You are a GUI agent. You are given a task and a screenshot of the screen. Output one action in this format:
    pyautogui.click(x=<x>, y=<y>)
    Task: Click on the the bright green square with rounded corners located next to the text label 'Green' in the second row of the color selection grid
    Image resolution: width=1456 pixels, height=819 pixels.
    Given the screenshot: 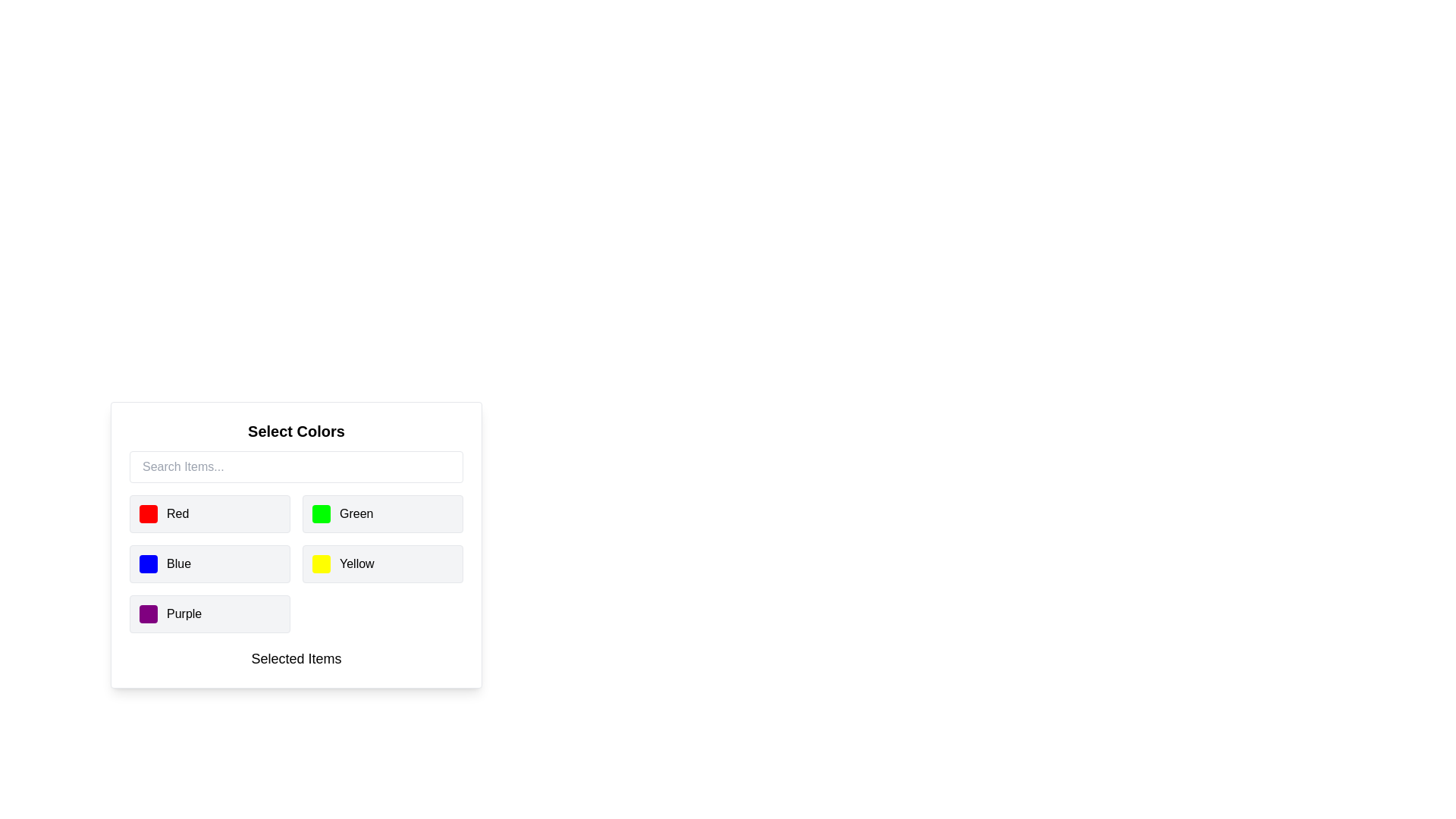 What is the action you would take?
    pyautogui.click(x=320, y=513)
    